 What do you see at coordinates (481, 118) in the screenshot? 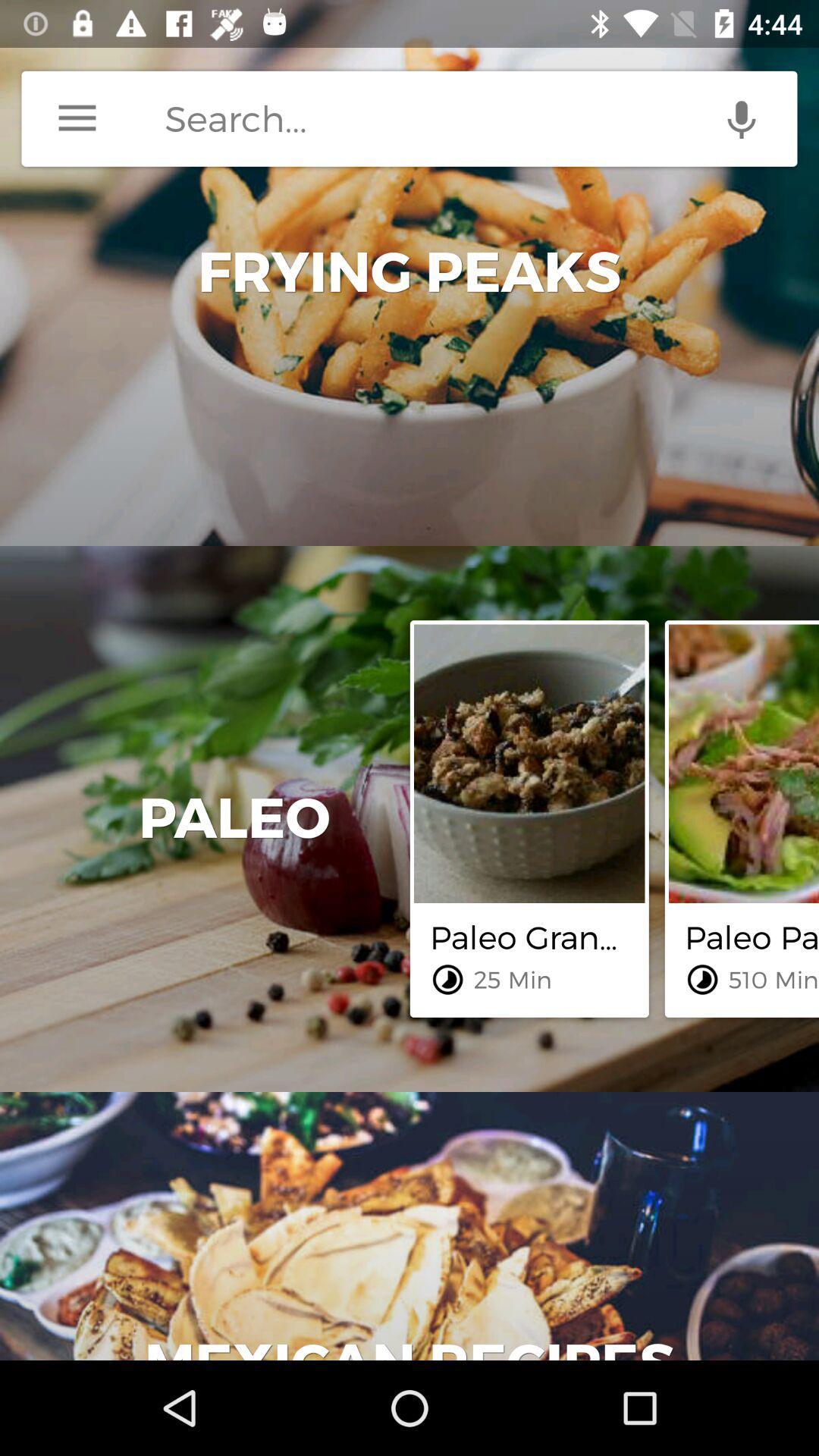
I see `search` at bounding box center [481, 118].